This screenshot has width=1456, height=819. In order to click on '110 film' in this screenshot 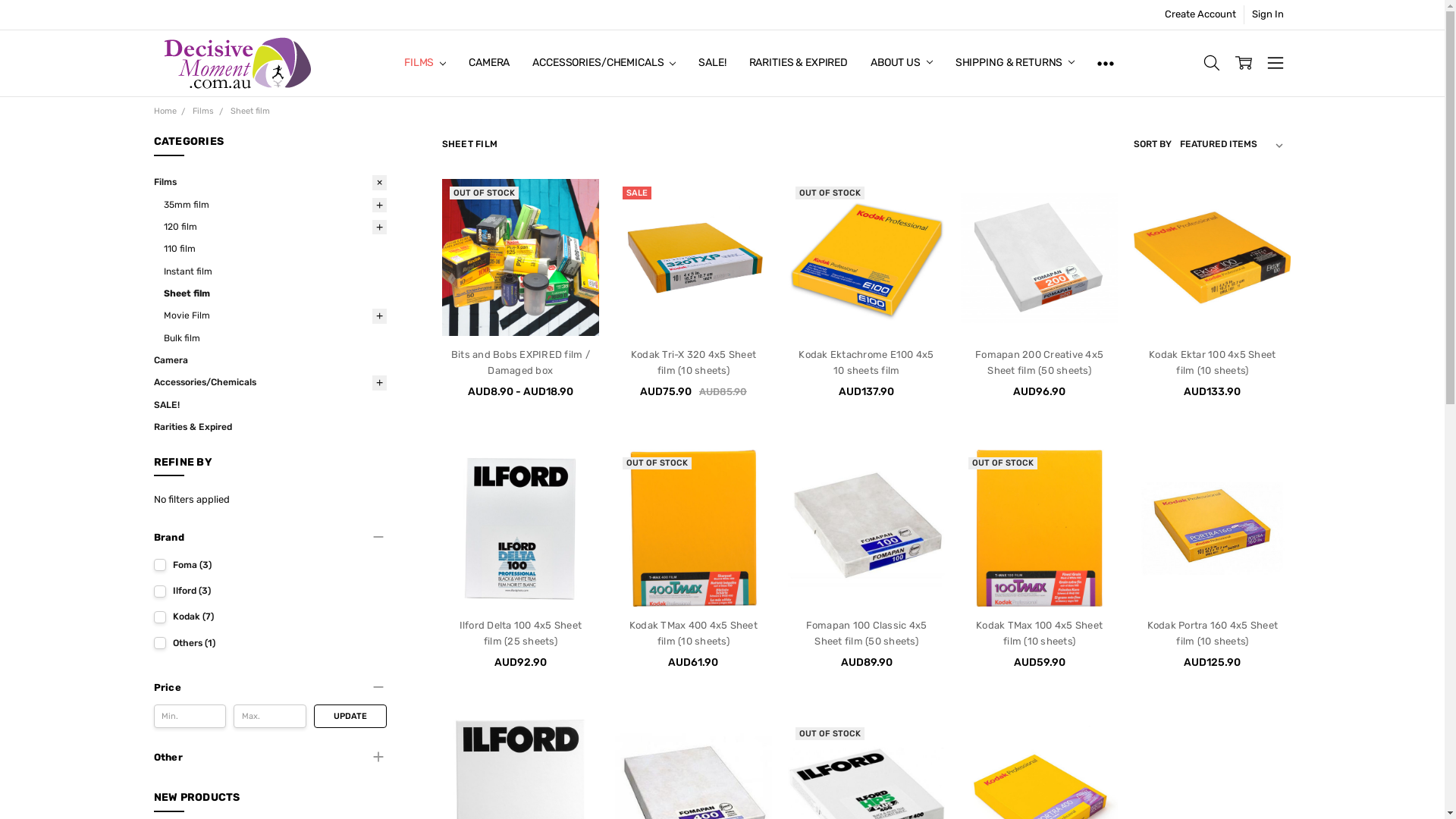, I will do `click(275, 248)`.